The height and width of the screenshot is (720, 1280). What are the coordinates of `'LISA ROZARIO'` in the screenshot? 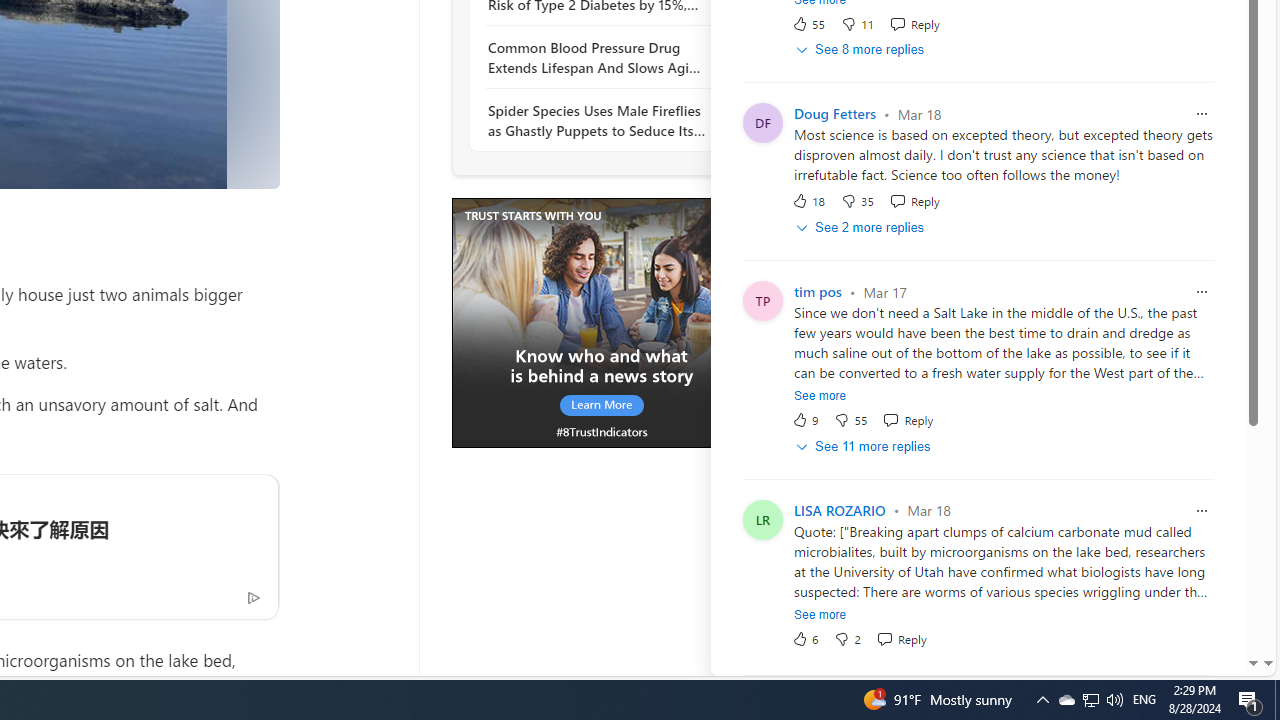 It's located at (839, 509).